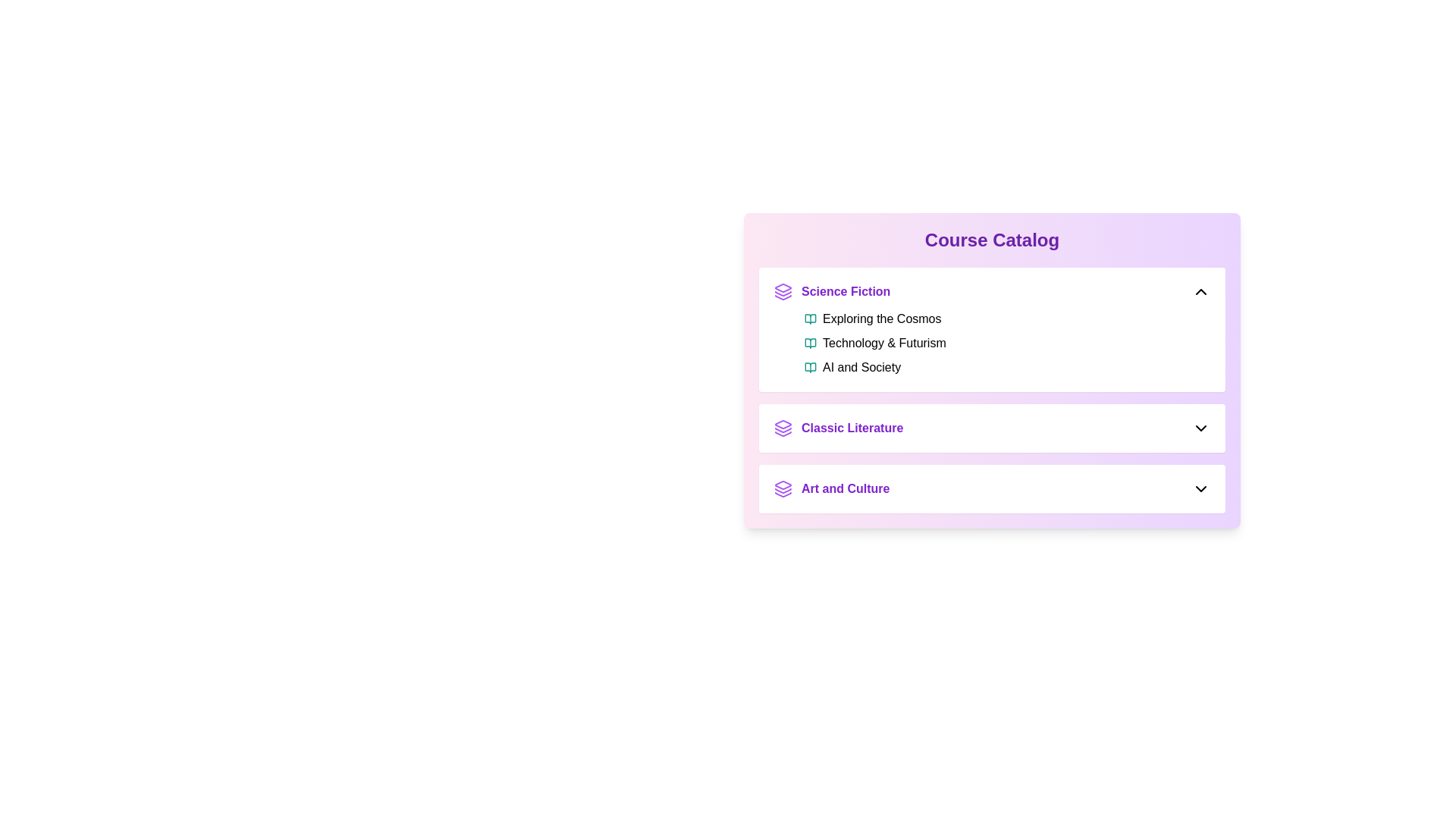 The image size is (1456, 819). What do you see at coordinates (1200, 428) in the screenshot?
I see `the icon to expand or collapse the category Classic Literature` at bounding box center [1200, 428].